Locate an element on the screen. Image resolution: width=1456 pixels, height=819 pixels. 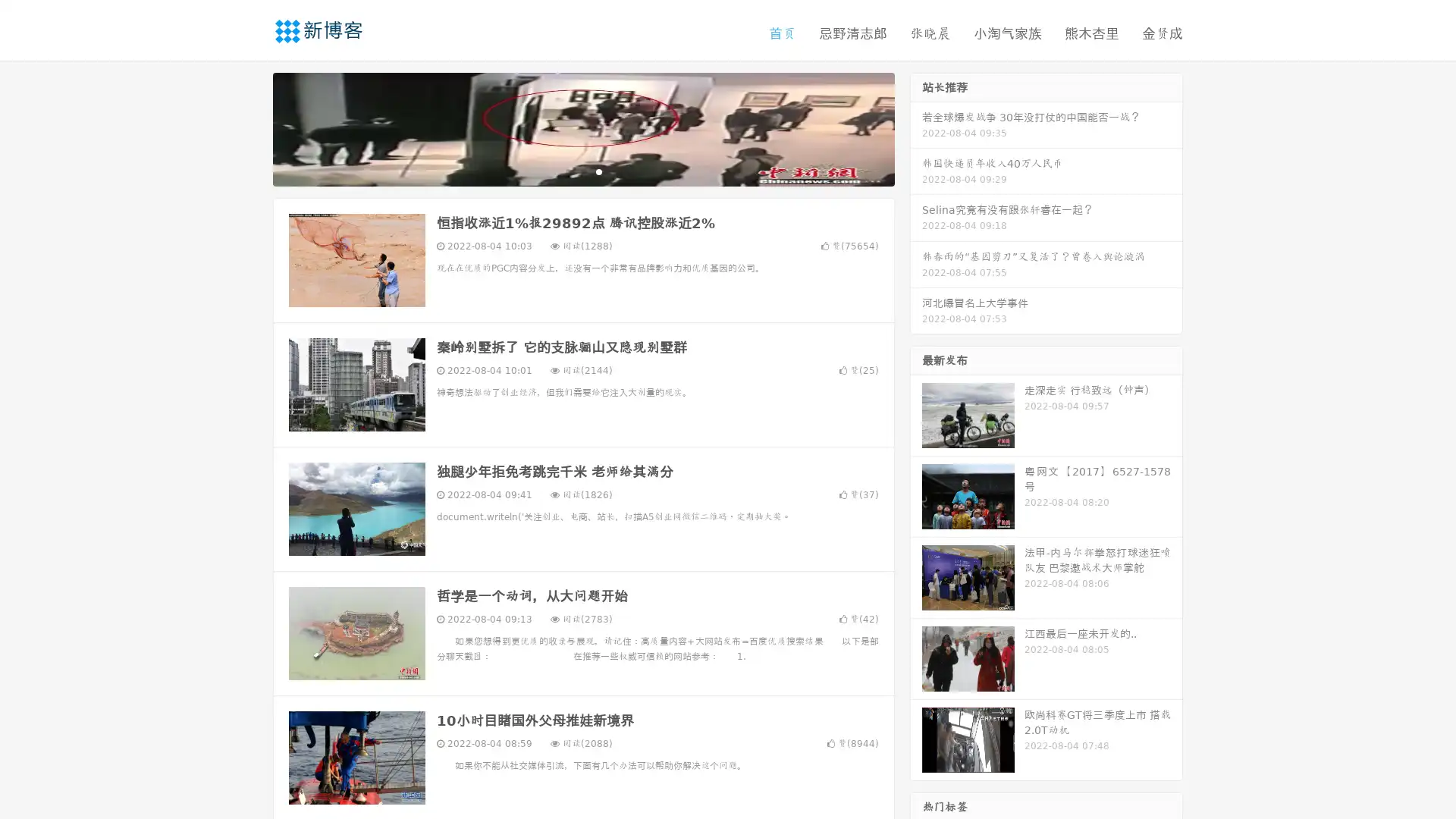
Go to slide 2 is located at coordinates (582, 171).